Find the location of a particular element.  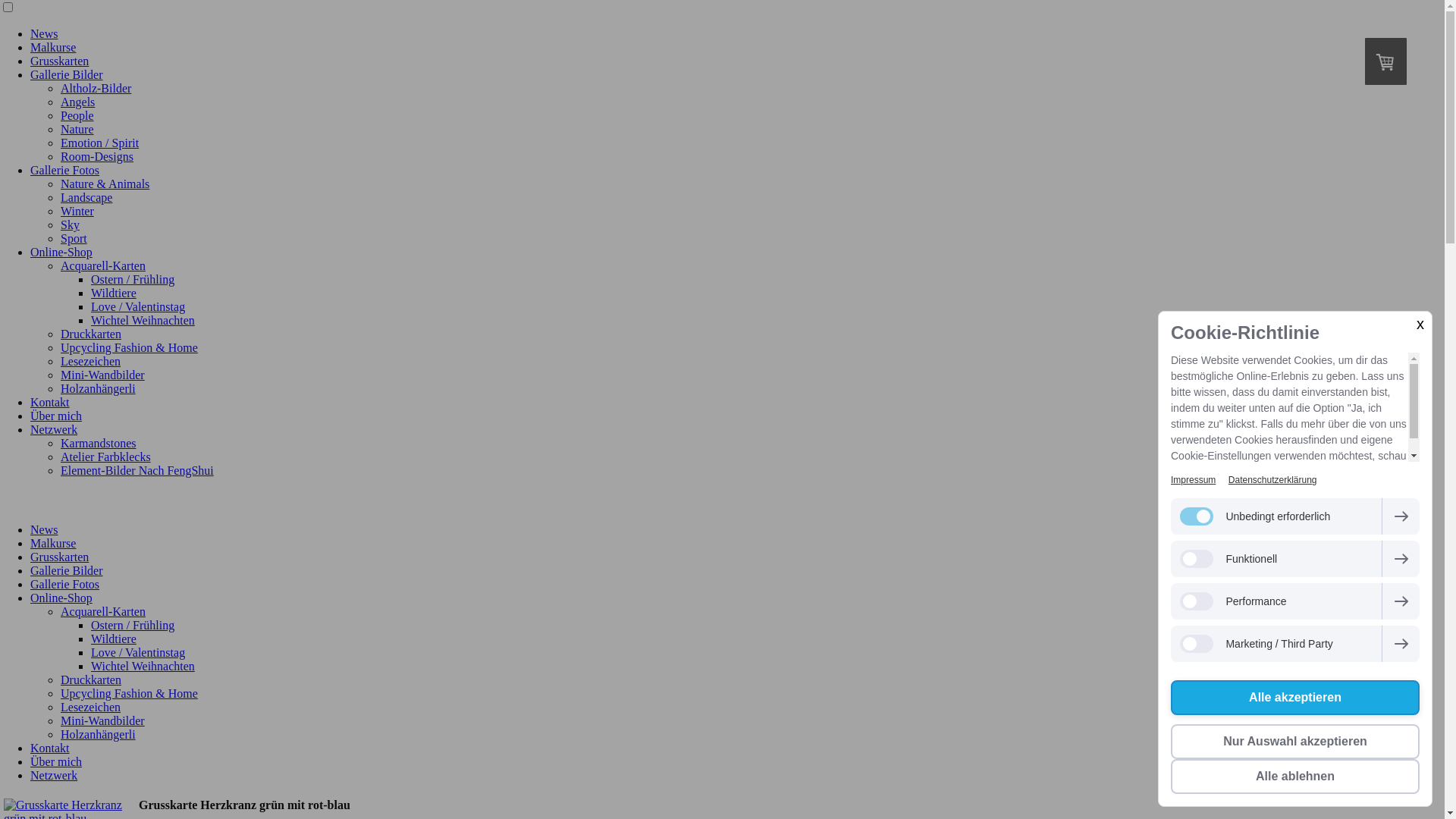

'Wildtiere' is located at coordinates (112, 293).